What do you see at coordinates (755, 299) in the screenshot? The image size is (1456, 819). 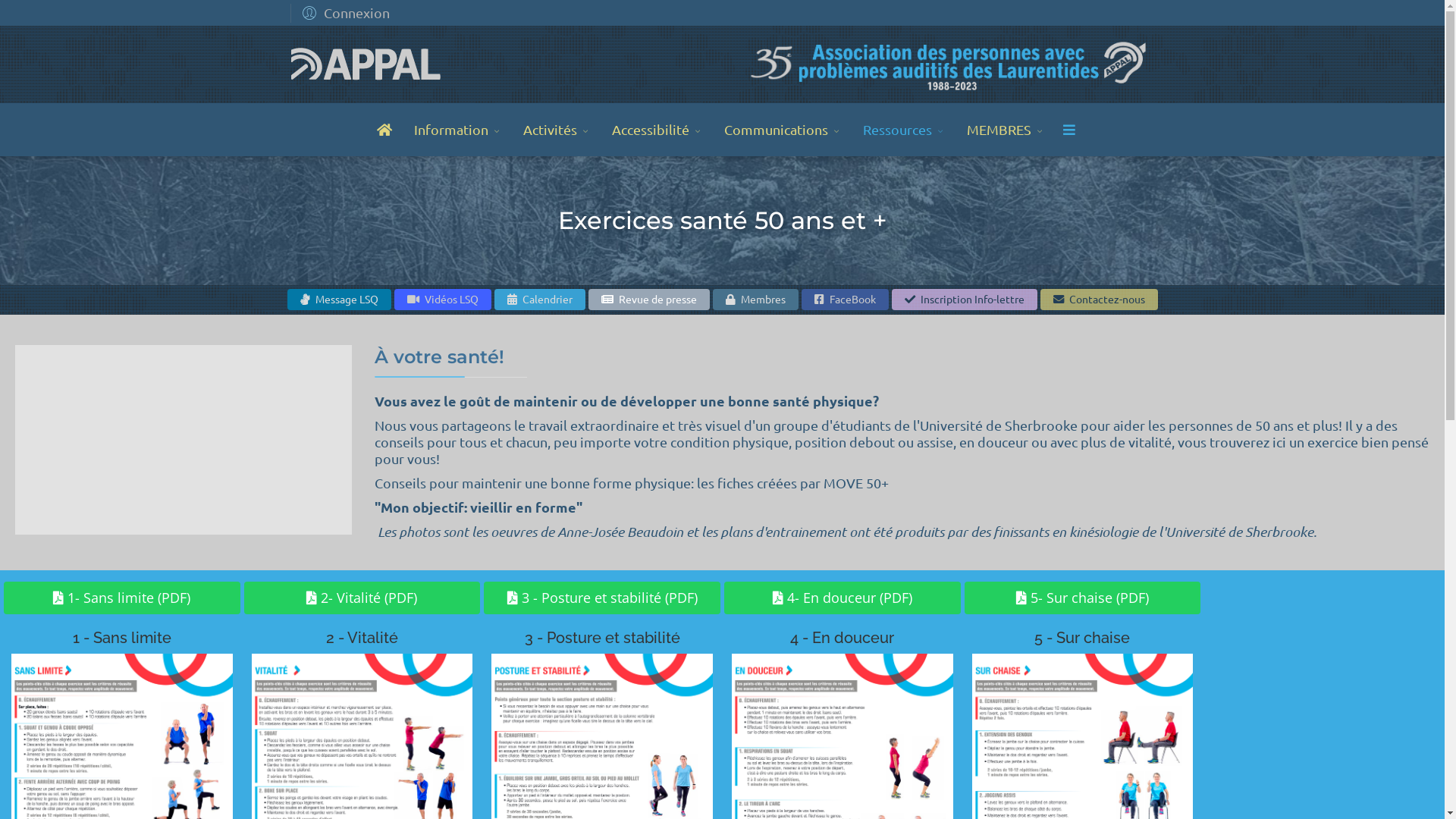 I see `'Membres'` at bounding box center [755, 299].